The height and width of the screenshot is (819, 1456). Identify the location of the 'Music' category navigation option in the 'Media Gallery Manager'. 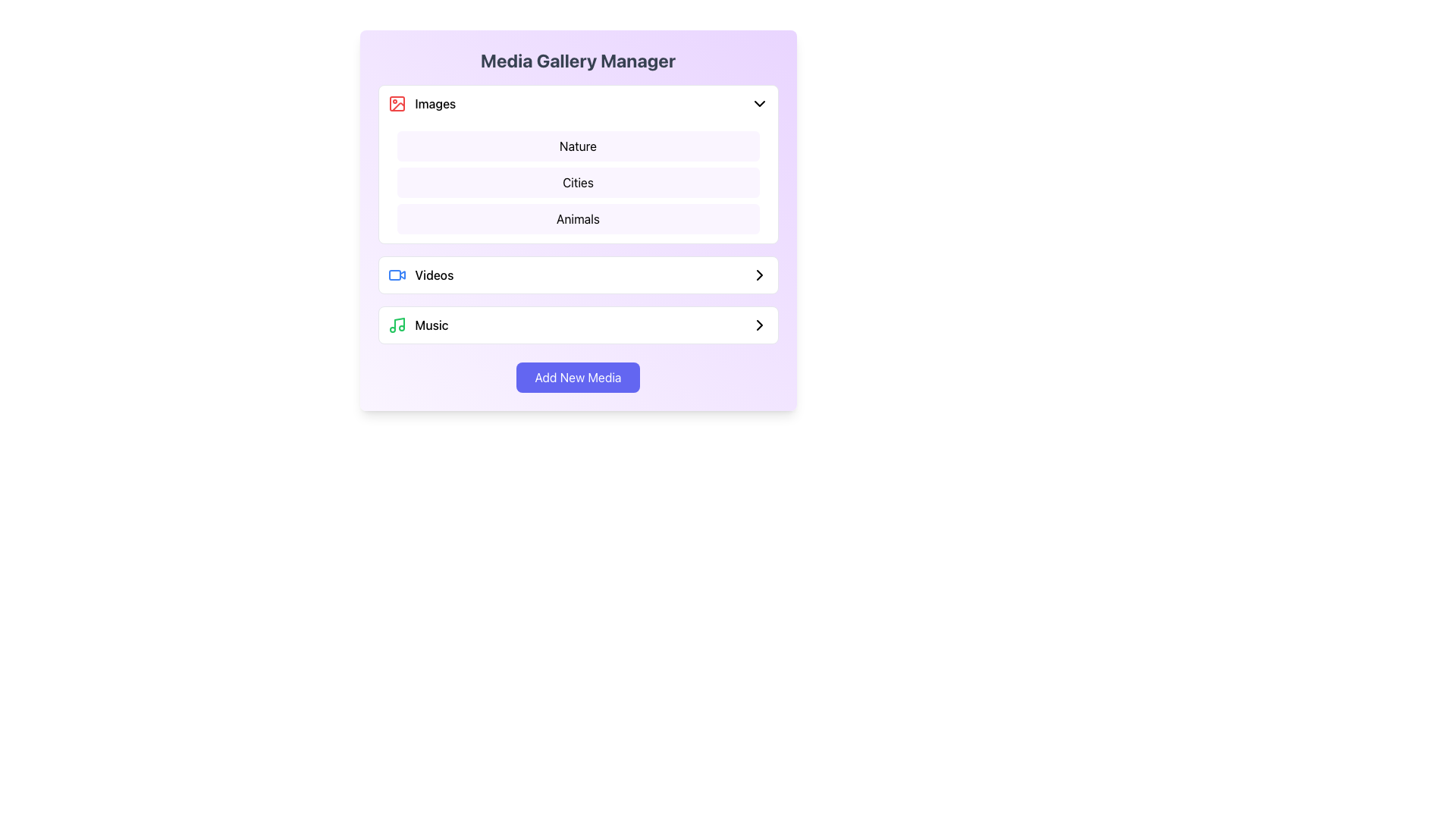
(577, 324).